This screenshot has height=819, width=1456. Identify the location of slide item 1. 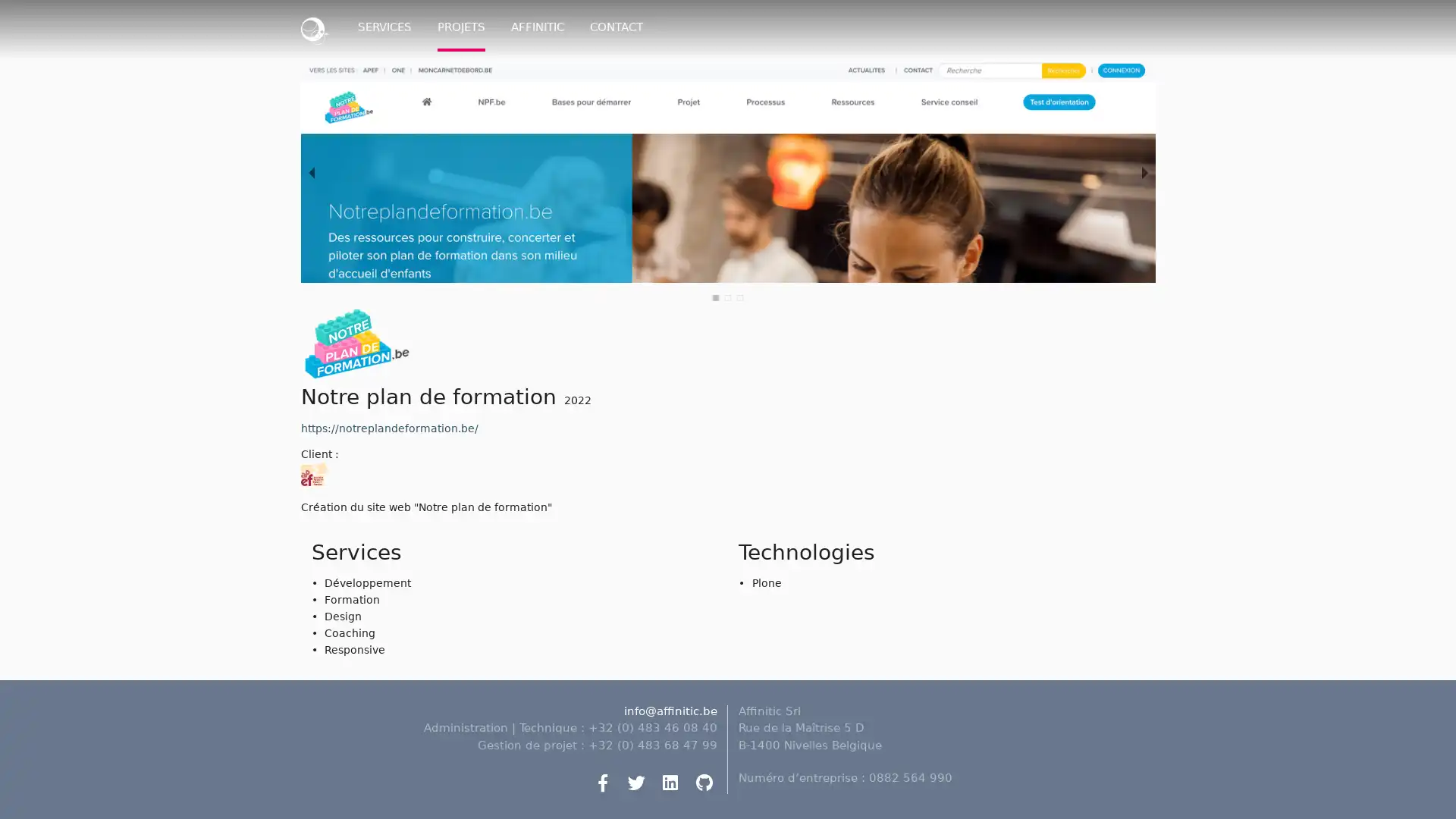
(715, 391).